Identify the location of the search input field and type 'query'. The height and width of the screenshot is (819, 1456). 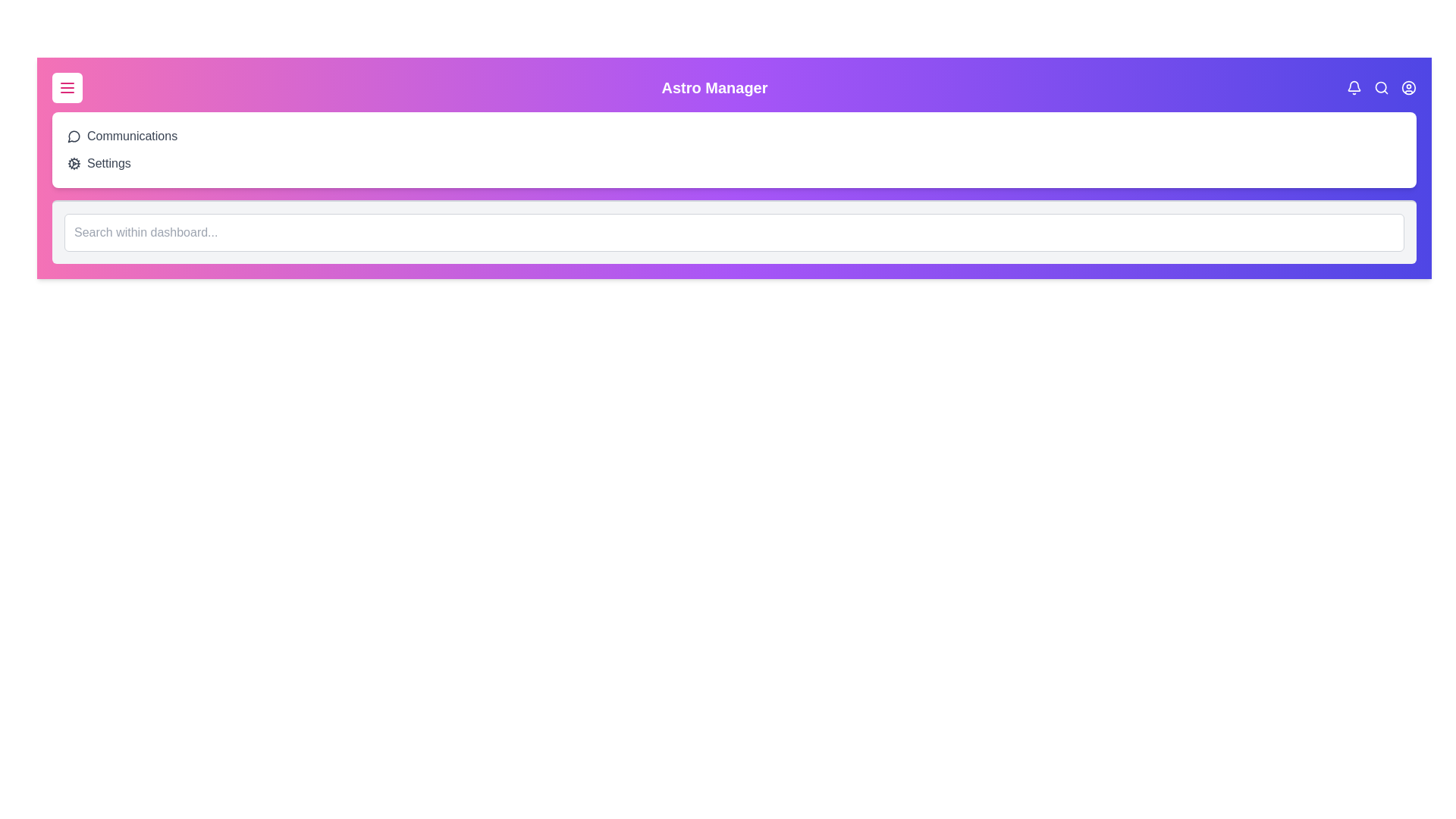
(734, 233).